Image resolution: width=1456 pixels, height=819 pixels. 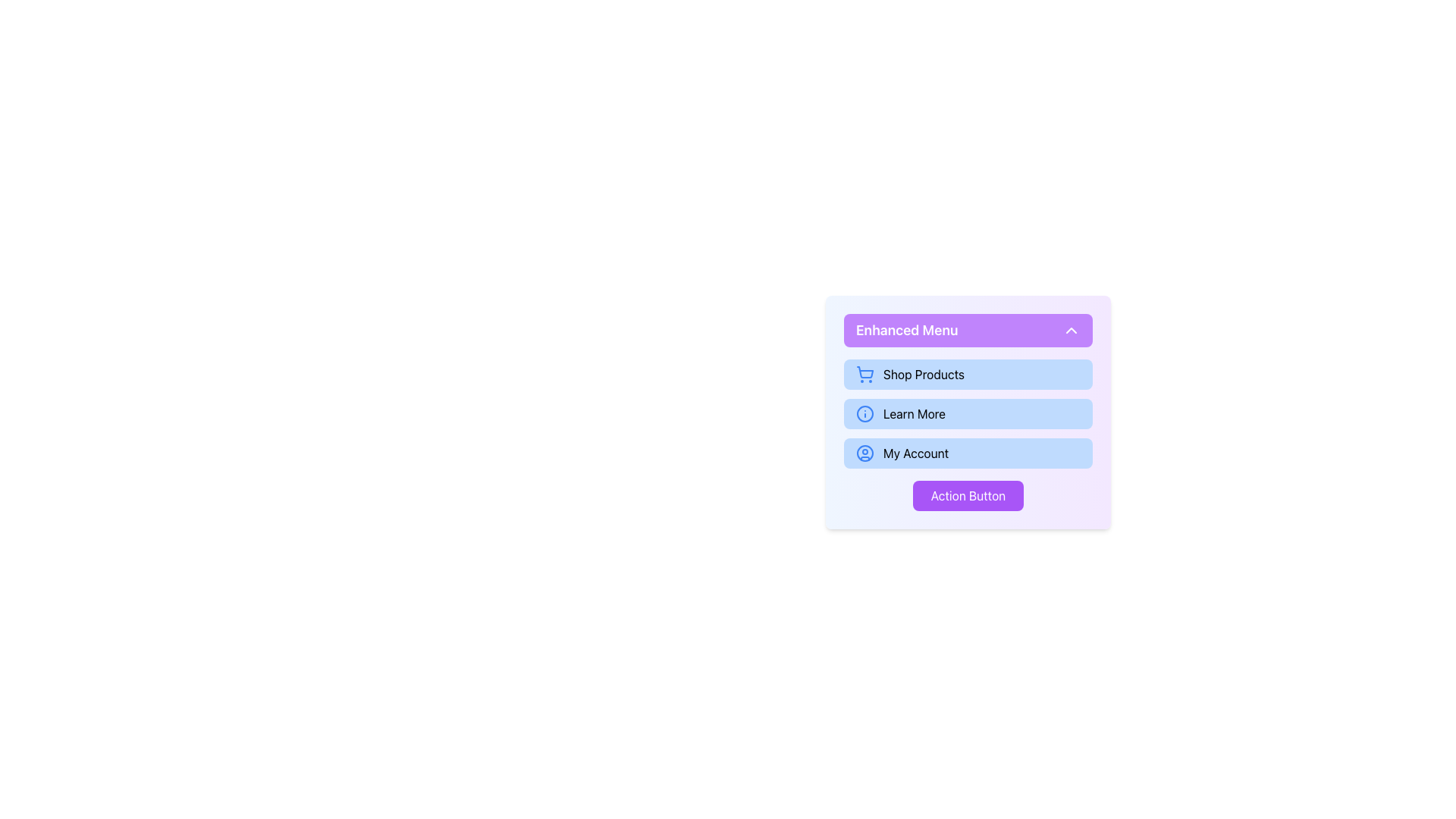 I want to click on the shopping cart icon, which has a blue outline and is positioned to the left of the 'Shop Products' button text, so click(x=865, y=374).